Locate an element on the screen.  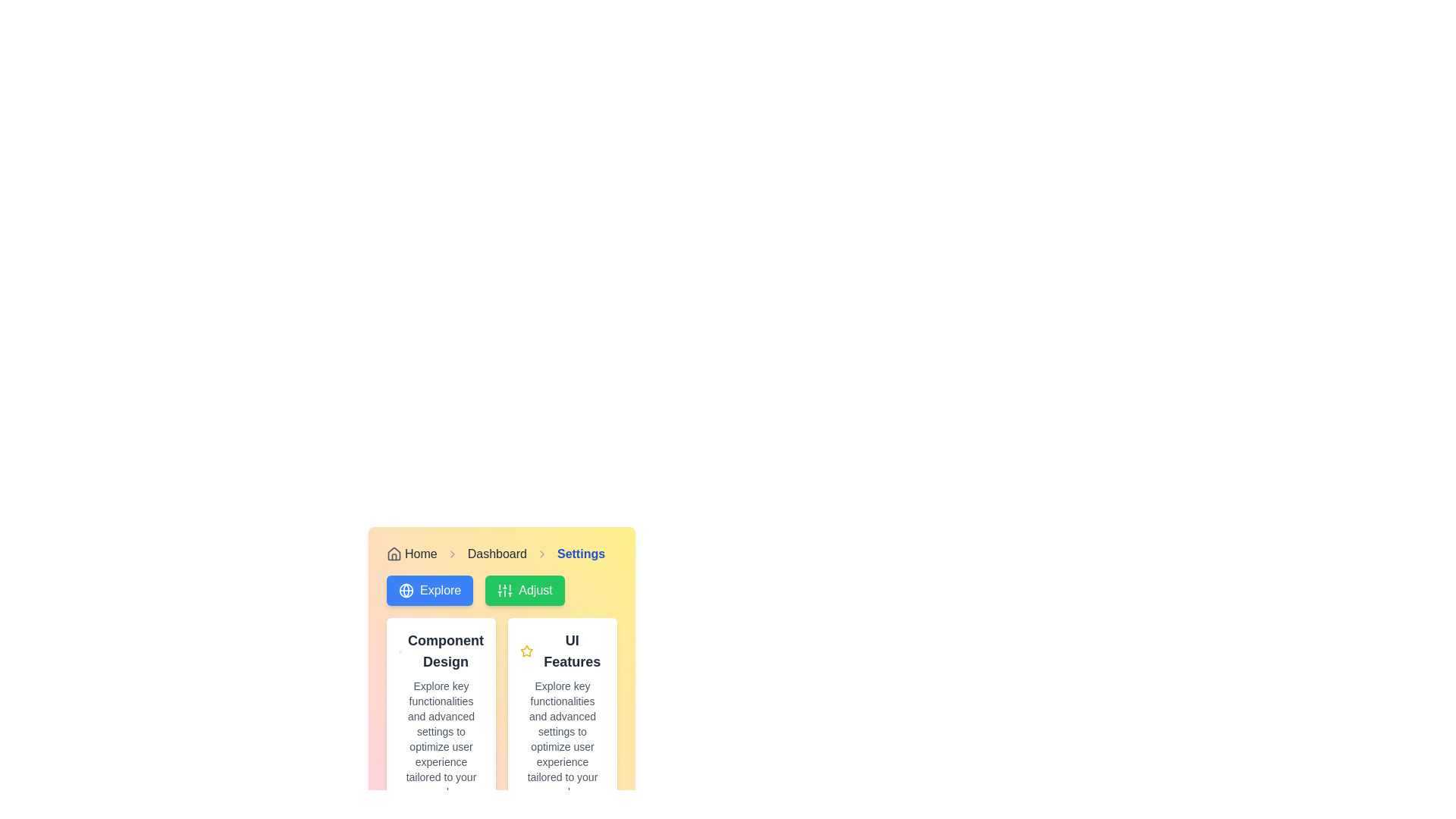
the 'Dashboard' text link in the breadcrumb navigation is located at coordinates (497, 554).